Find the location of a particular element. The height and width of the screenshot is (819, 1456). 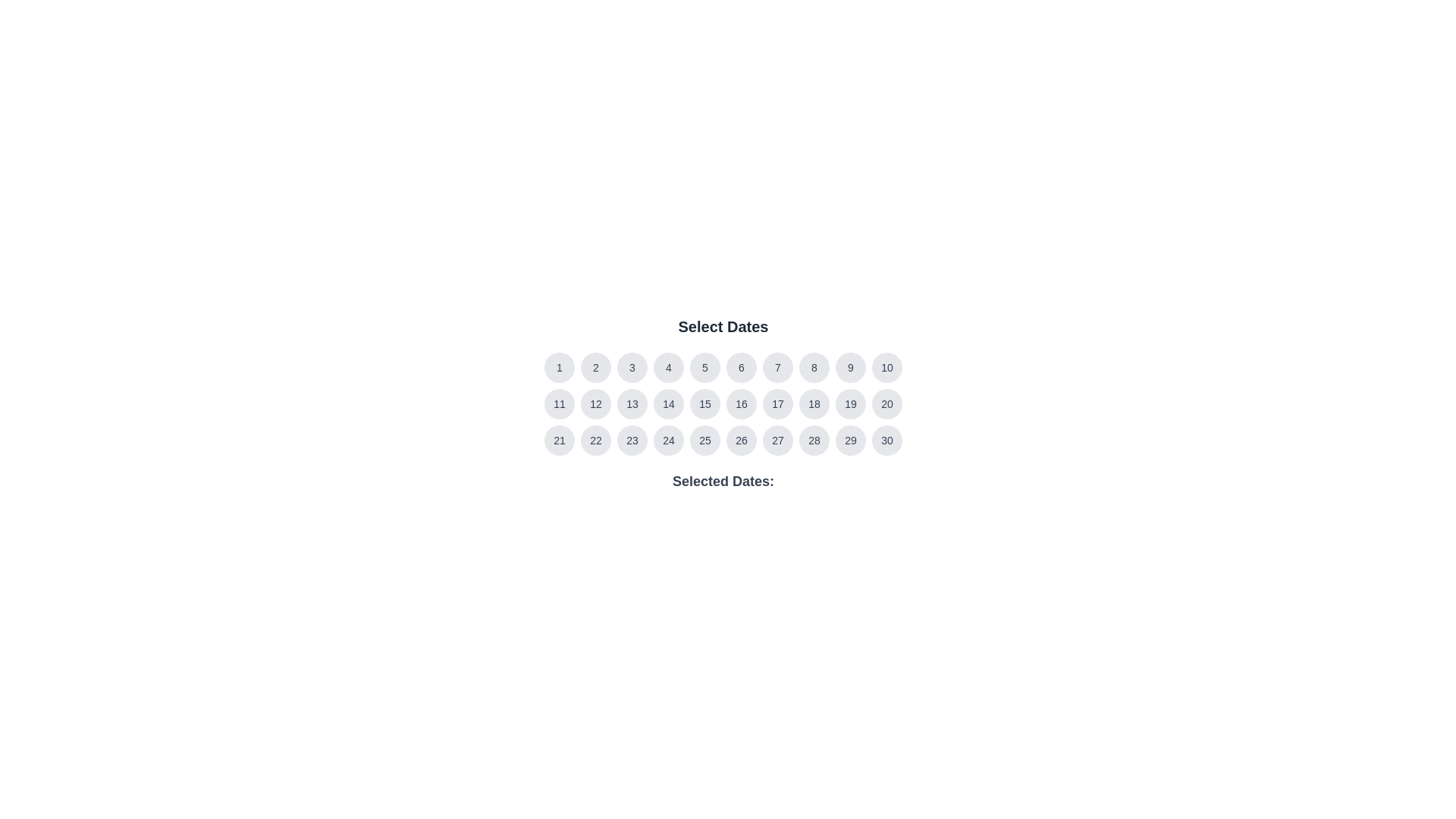

the circular button displaying the number '19', which has a light gray background and dark gray text, located below the heading 'Select Dates' is located at coordinates (851, 403).